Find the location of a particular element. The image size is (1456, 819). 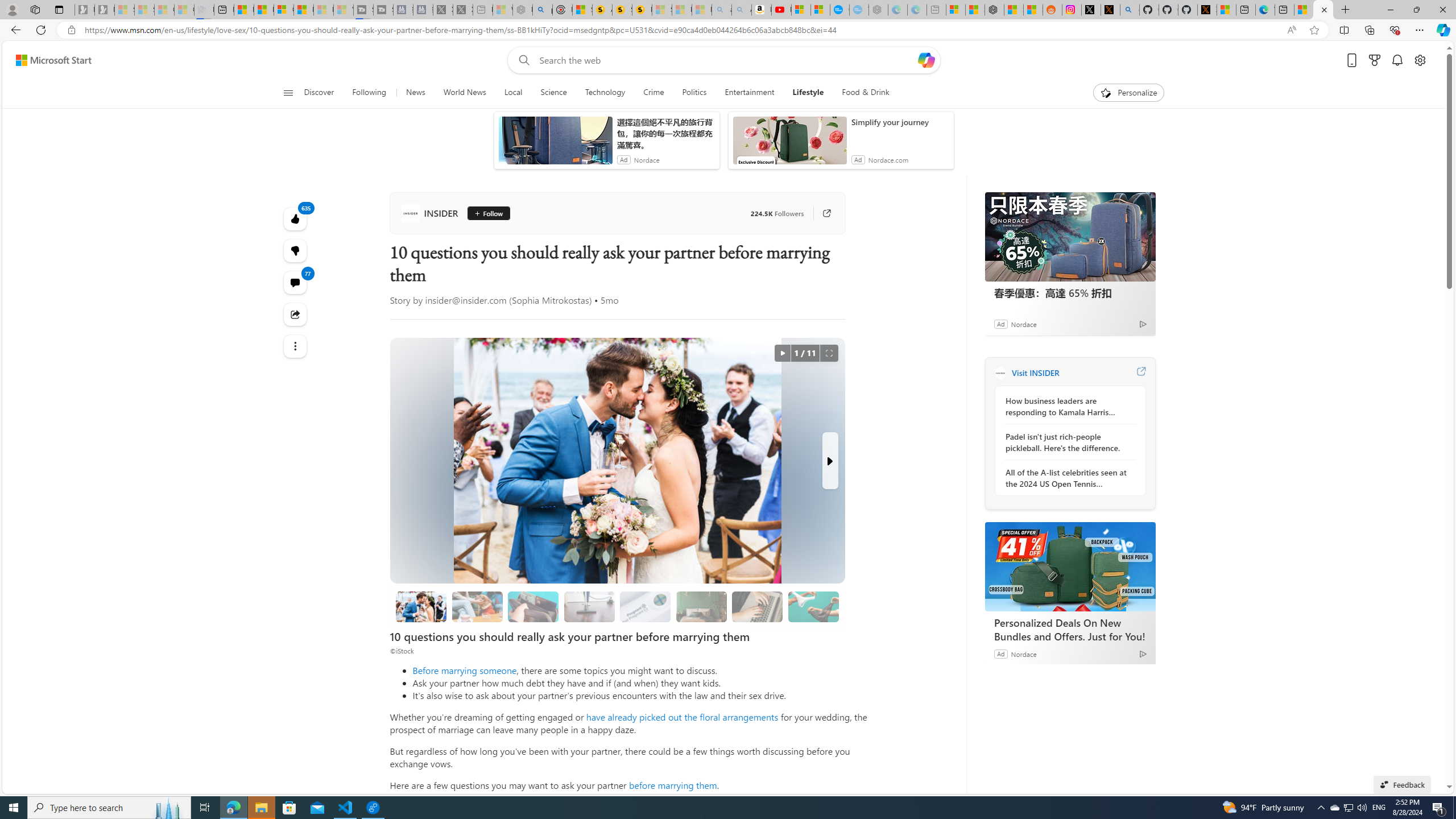

'Local' is located at coordinates (512, 92).